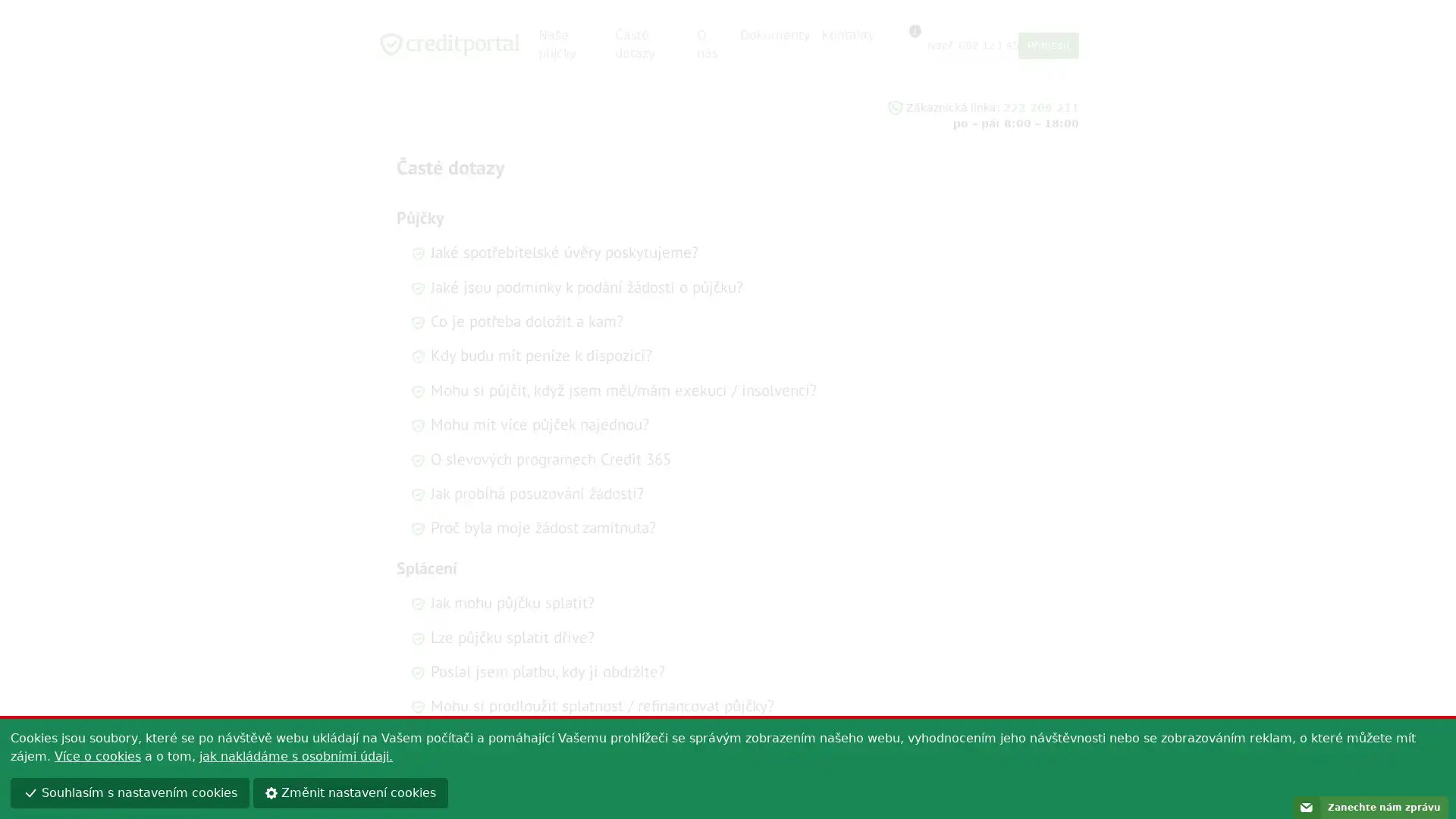 The height and width of the screenshot is (819, 1456). Describe the element at coordinates (350, 792) in the screenshot. I see `Zmenit nastaveni cookies` at that location.